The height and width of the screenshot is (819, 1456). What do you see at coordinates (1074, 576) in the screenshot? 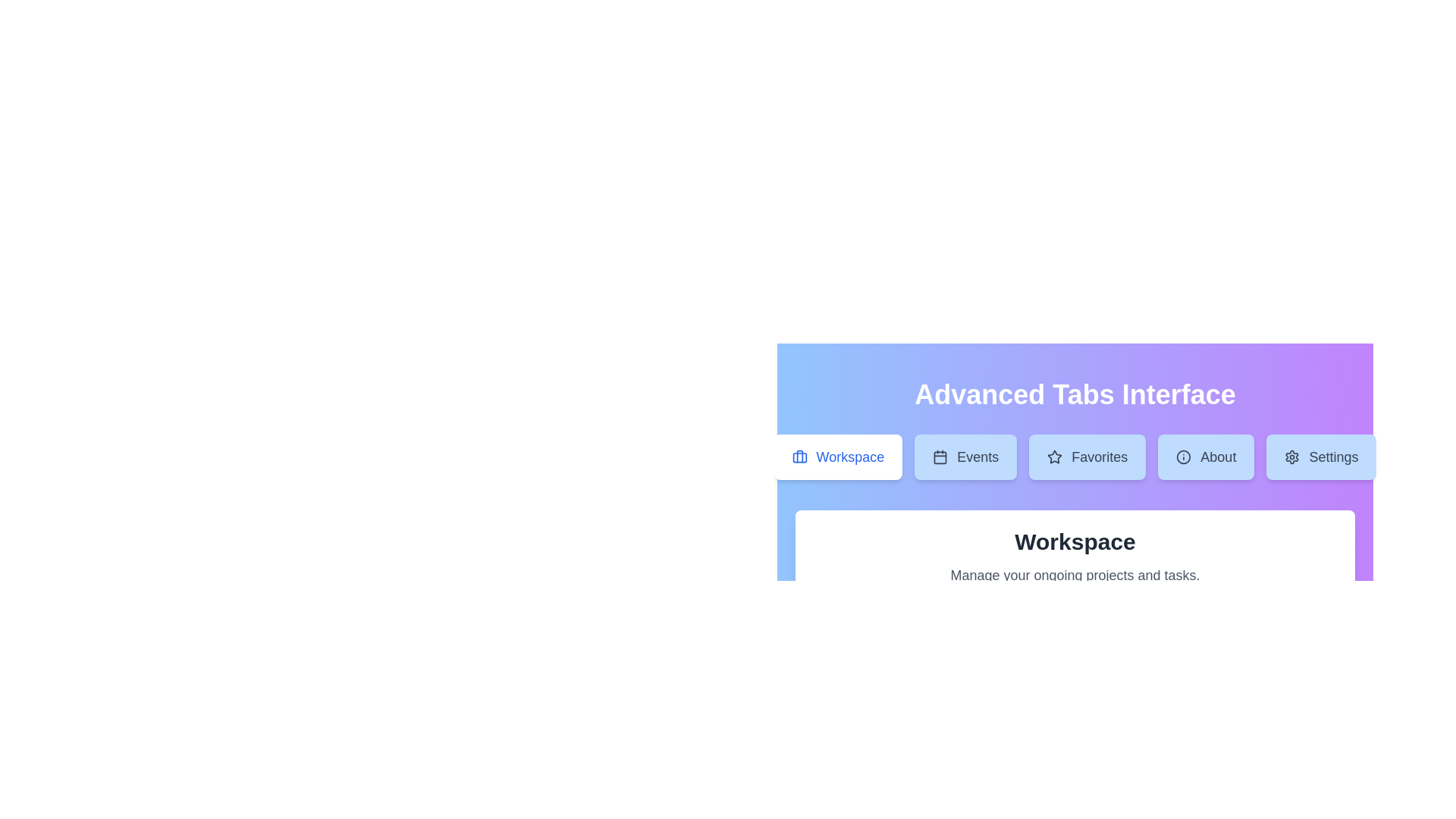
I see `the text label that reads 'Manage your ongoing projects and tasks.' which is styled in lightweight gray and positioned beneath the heading 'Workspace'` at bounding box center [1074, 576].